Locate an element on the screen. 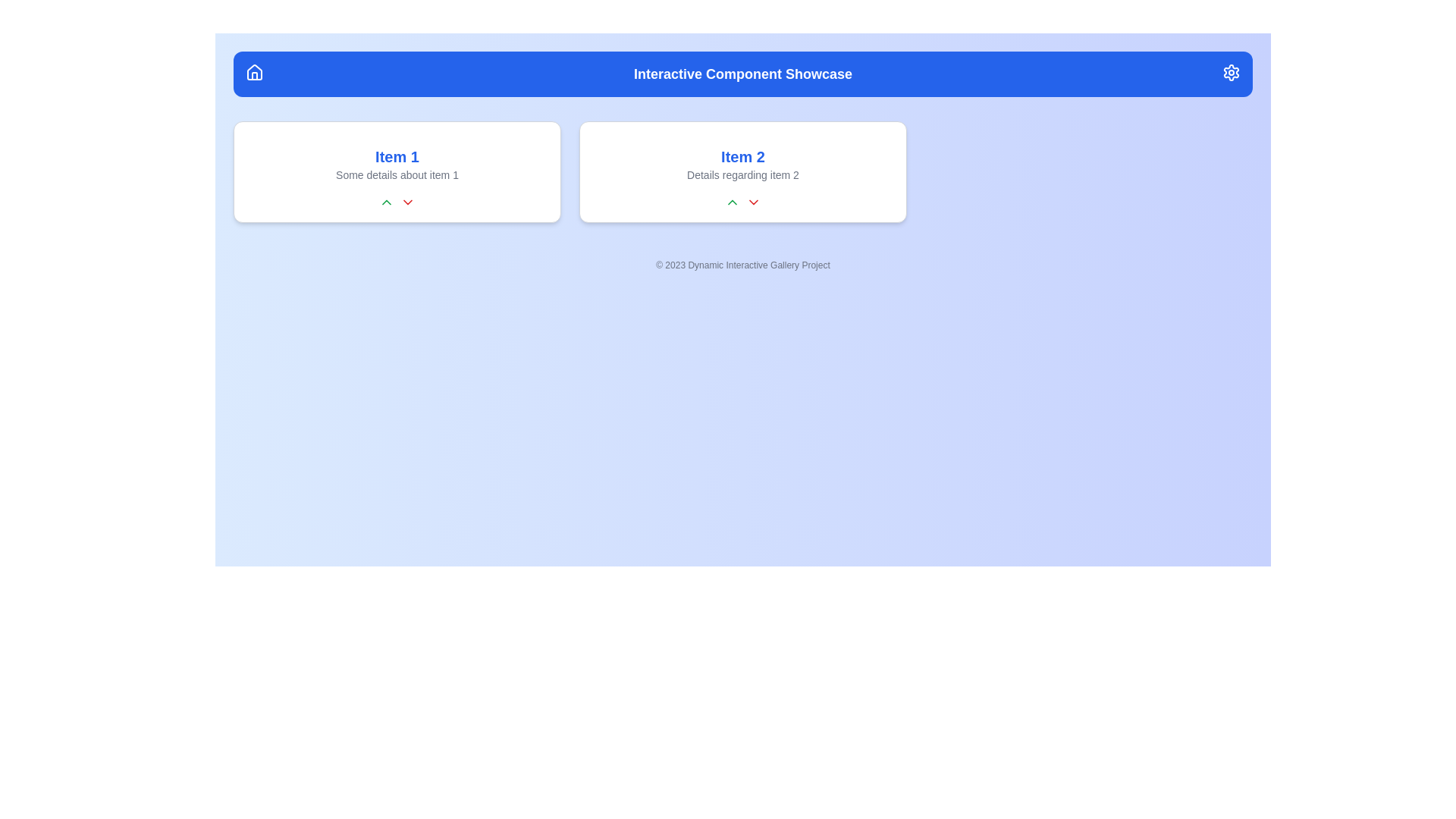 Image resolution: width=1456 pixels, height=819 pixels. the upward chevron button of the interactive control located below the 'Details regarding item 2' text in the 'Item 2' card is located at coordinates (742, 201).